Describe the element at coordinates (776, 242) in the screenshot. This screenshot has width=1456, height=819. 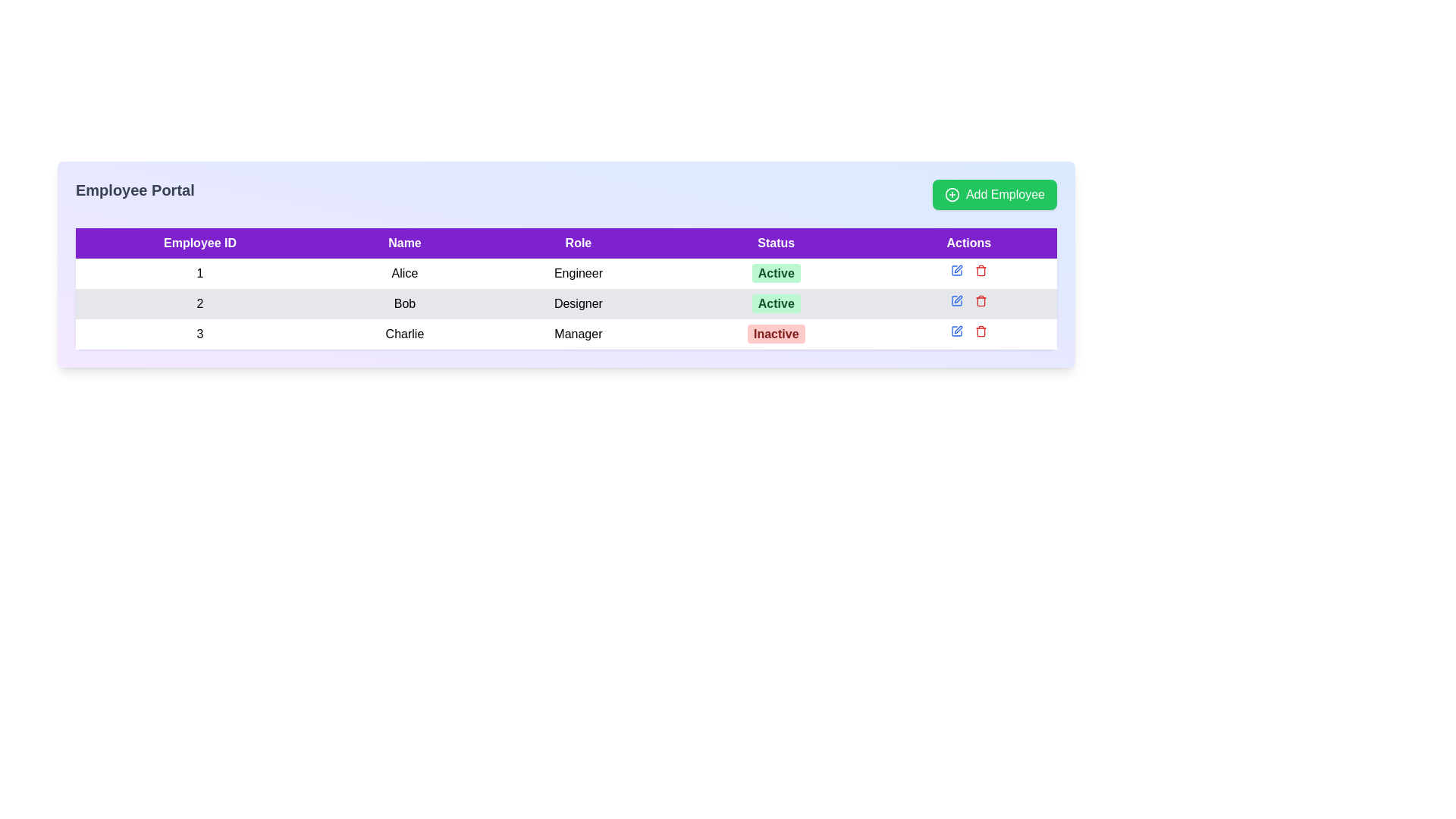
I see `the 'Status' text label in the table header, which is displayed on a bright purple background with white bold sans-serif text` at that location.